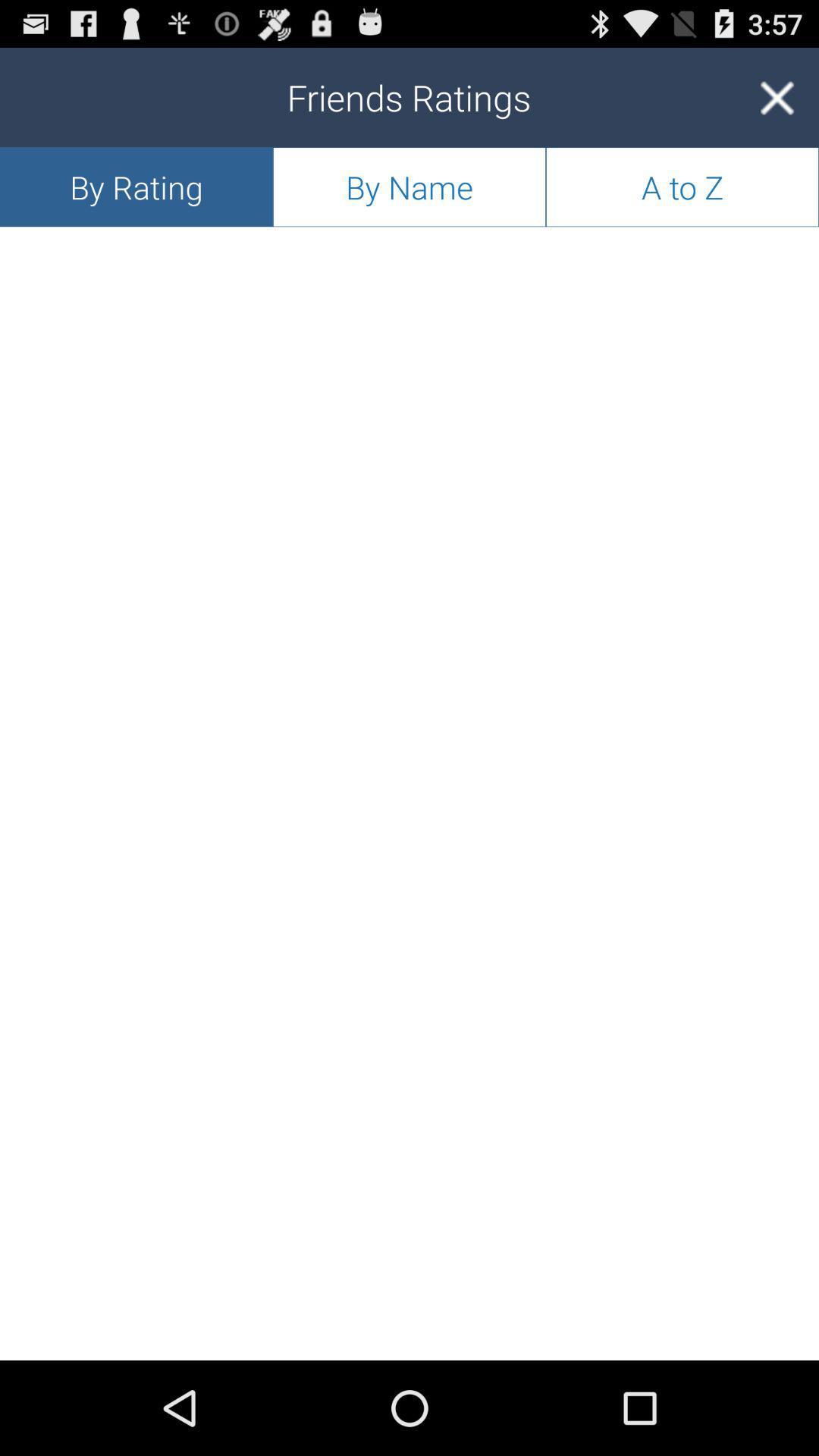 The image size is (819, 1456). Describe the element at coordinates (681, 186) in the screenshot. I see `the a to z icon` at that location.